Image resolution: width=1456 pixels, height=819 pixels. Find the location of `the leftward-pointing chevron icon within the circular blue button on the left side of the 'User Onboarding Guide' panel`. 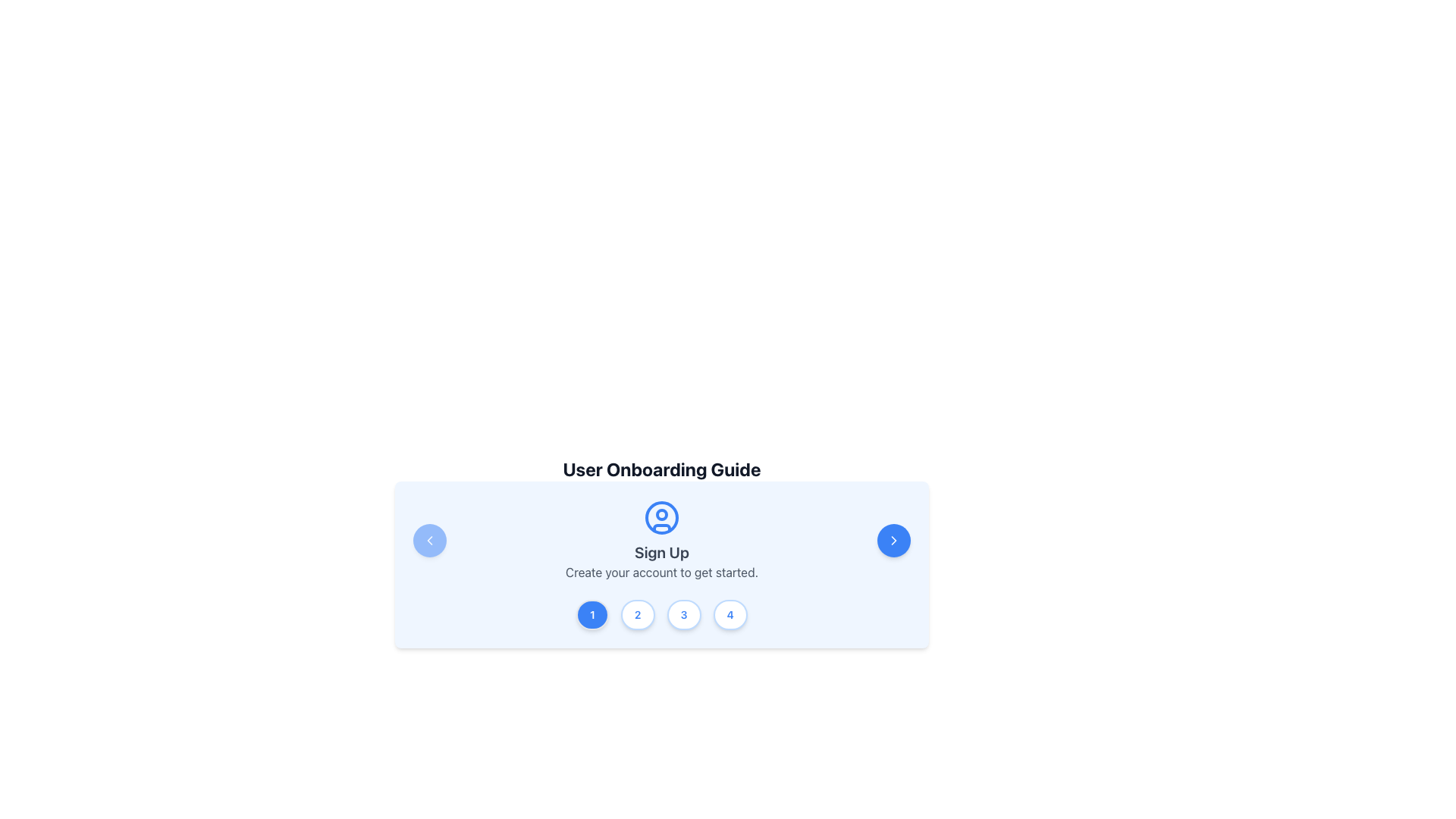

the leftward-pointing chevron icon within the circular blue button on the left side of the 'User Onboarding Guide' panel is located at coordinates (428, 540).